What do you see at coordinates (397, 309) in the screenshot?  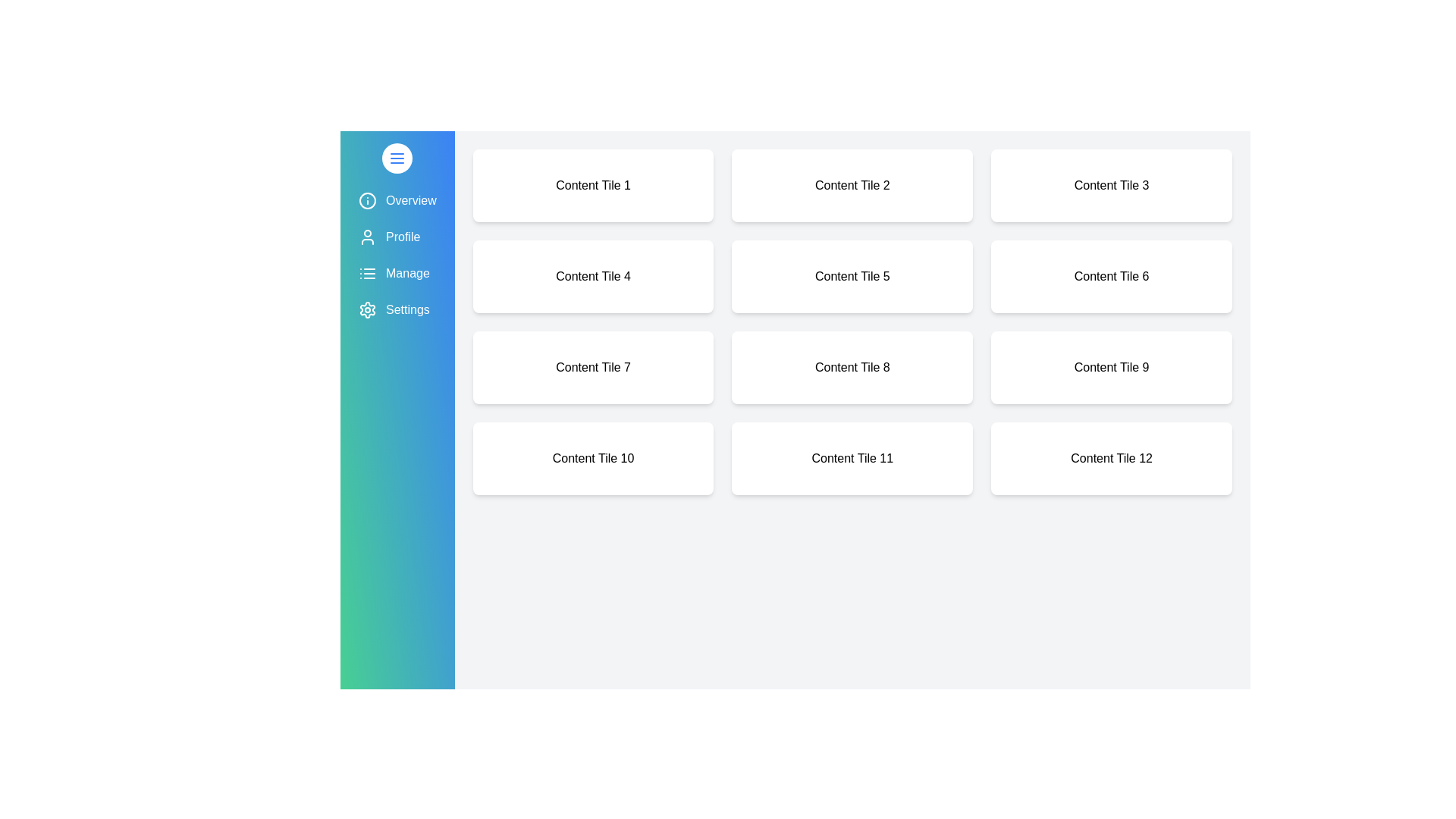 I see `the menu item Settings to highlight it` at bounding box center [397, 309].